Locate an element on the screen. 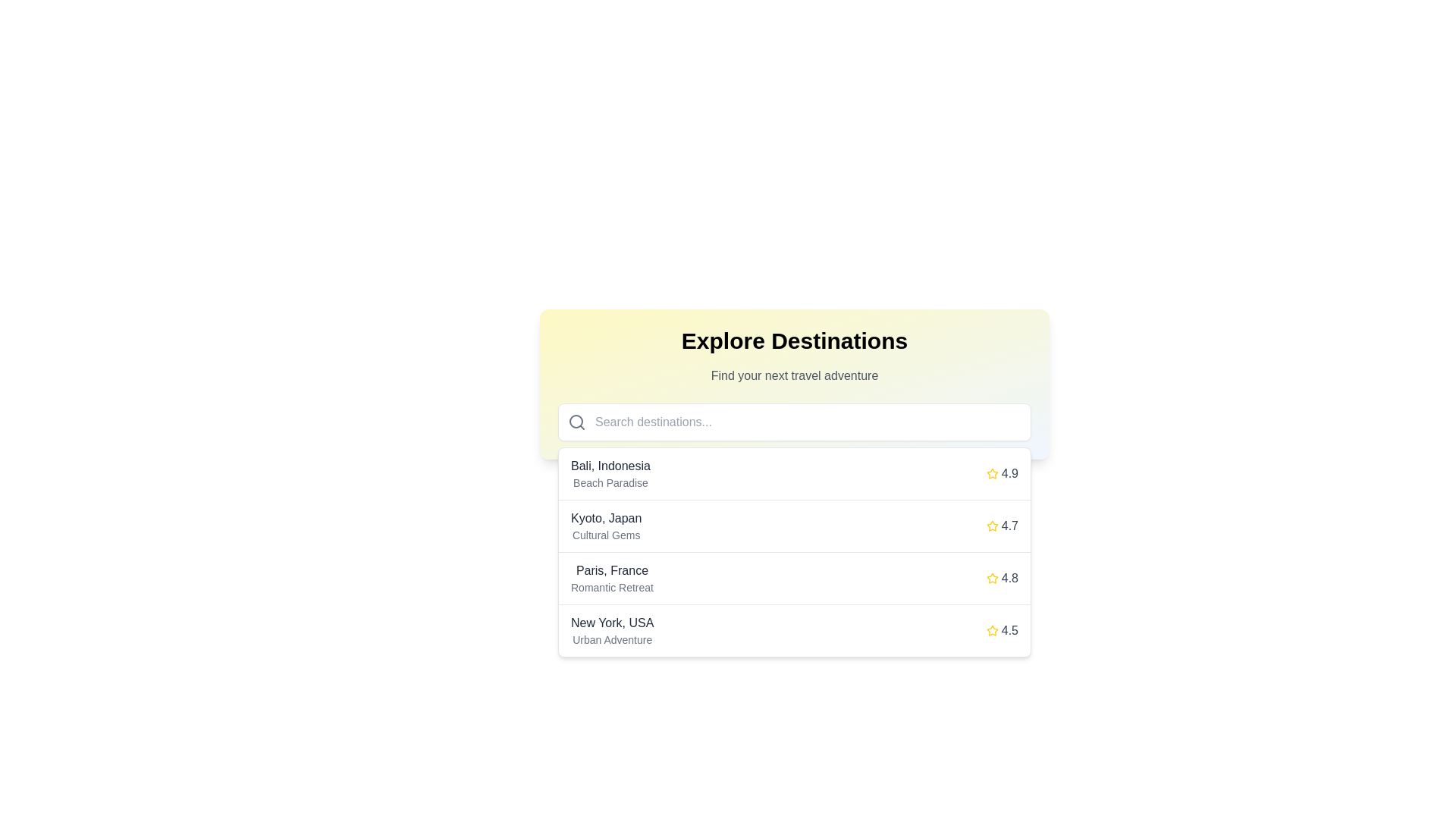 This screenshot has width=1456, height=819. the yellow star-shaped icon located beside the destination titled 'Kyoto, Japan' is located at coordinates (992, 525).